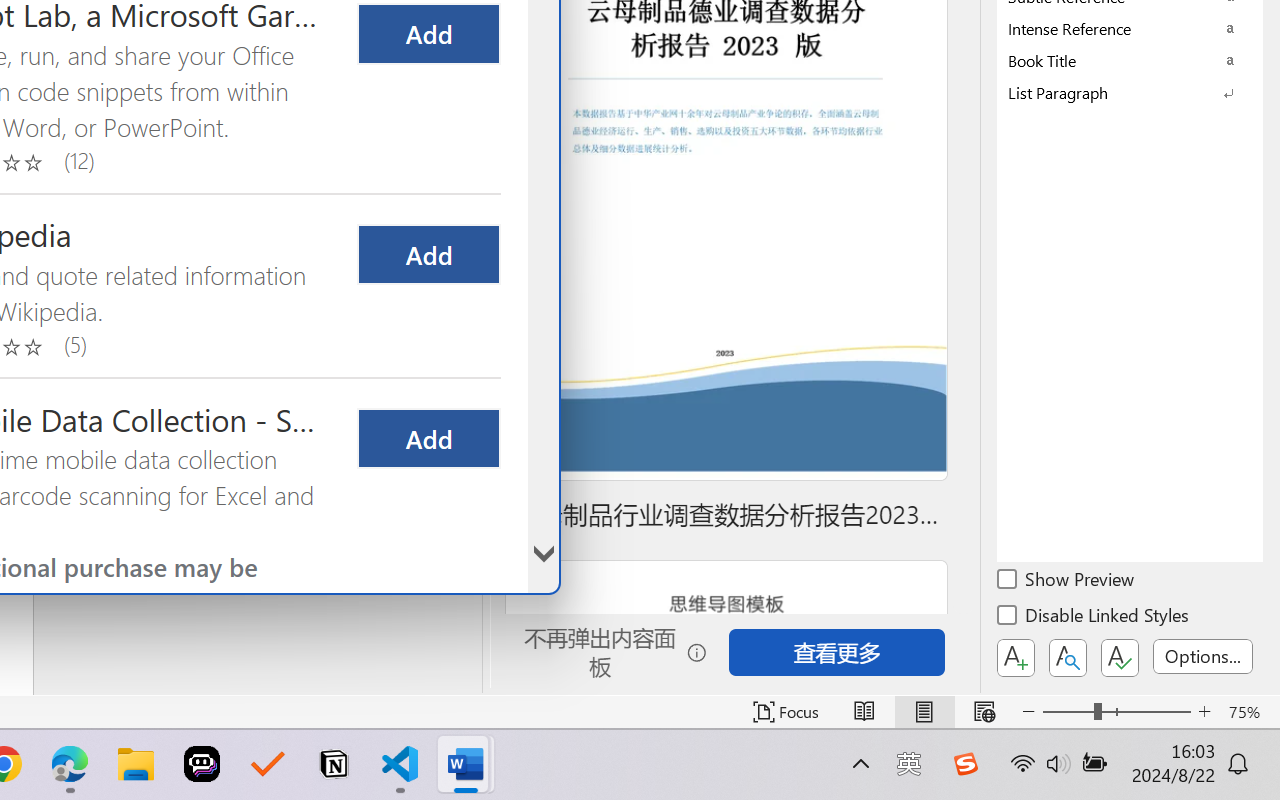  Describe the element at coordinates (1130, 59) in the screenshot. I see `'Book Title'` at that location.